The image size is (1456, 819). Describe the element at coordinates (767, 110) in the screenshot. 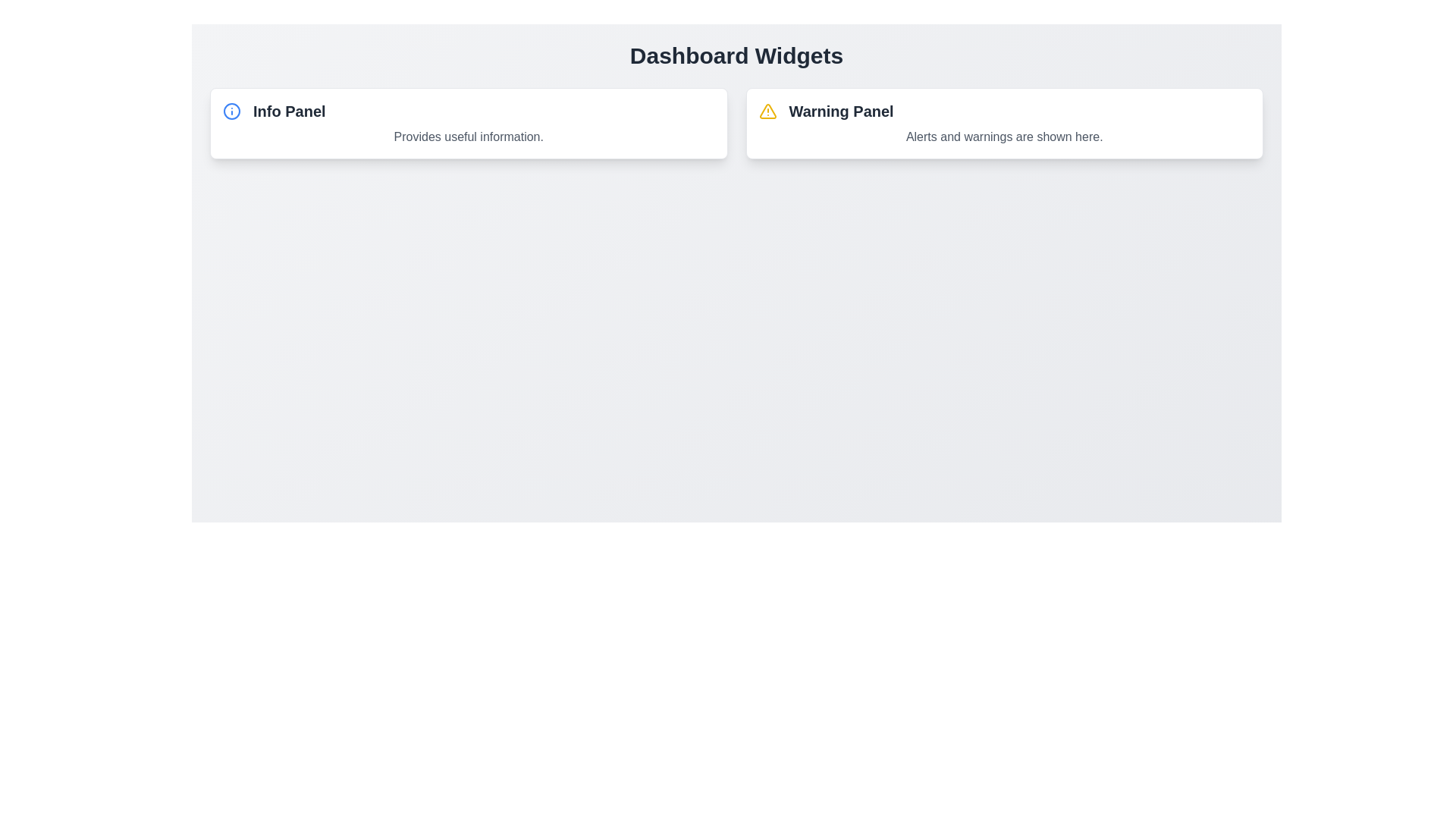

I see `the warning icon positioned to the left of the 'Warning Panel' text within the right-side panel of the interface` at that location.